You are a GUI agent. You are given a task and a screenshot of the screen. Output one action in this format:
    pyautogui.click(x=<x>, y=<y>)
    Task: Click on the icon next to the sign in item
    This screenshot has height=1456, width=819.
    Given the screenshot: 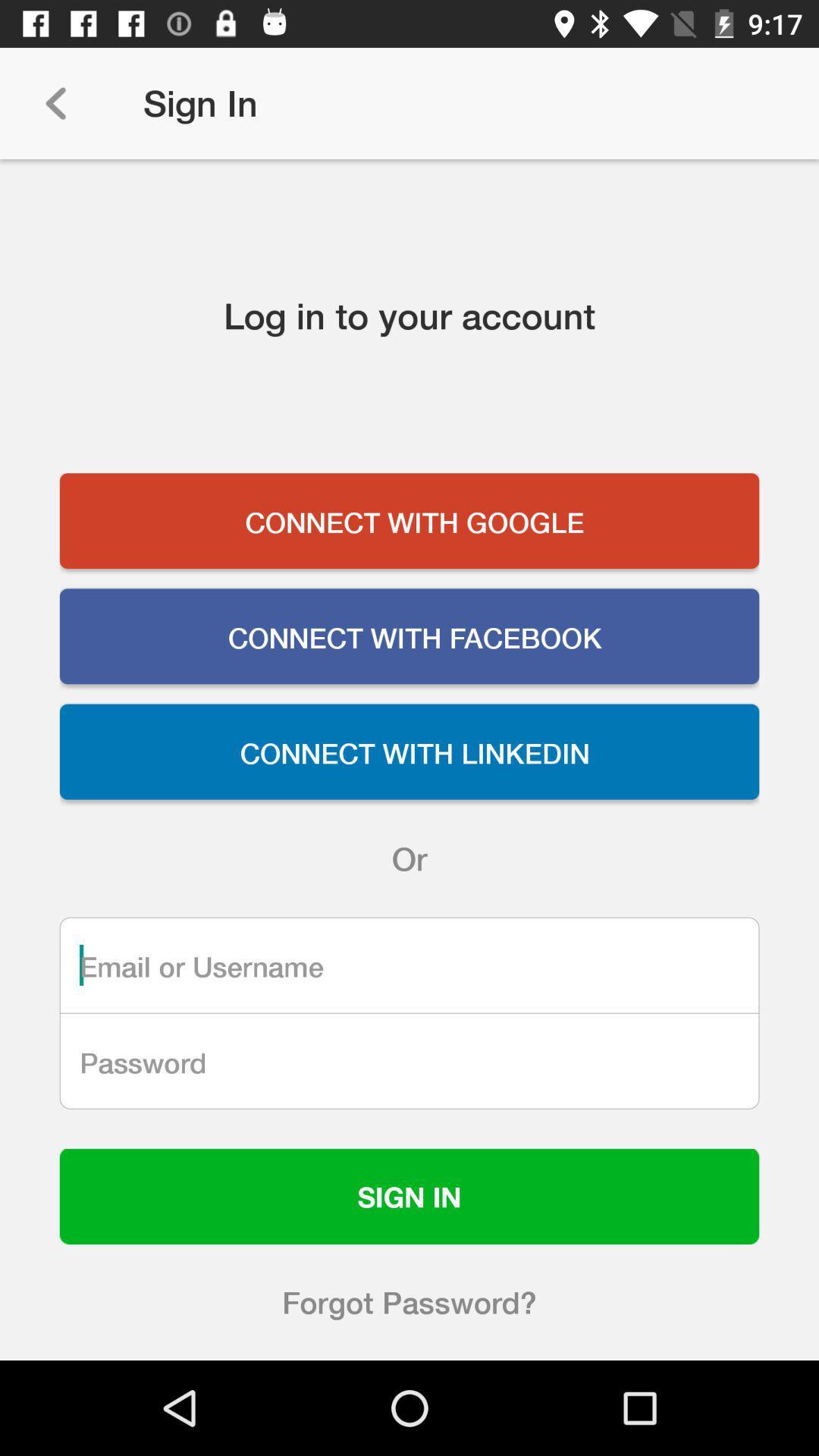 What is the action you would take?
    pyautogui.click(x=55, y=102)
    